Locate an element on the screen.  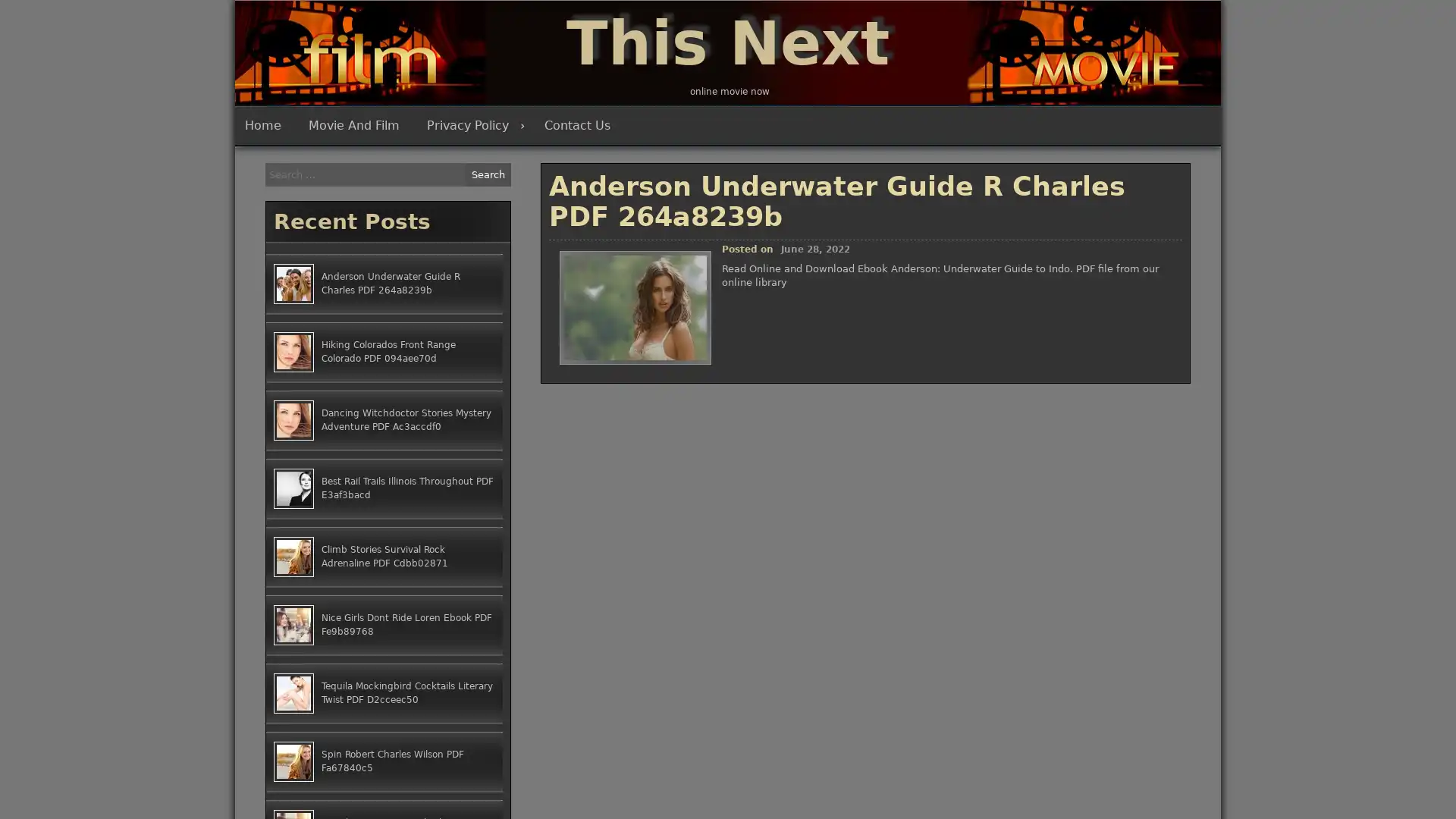
Search is located at coordinates (488, 174).